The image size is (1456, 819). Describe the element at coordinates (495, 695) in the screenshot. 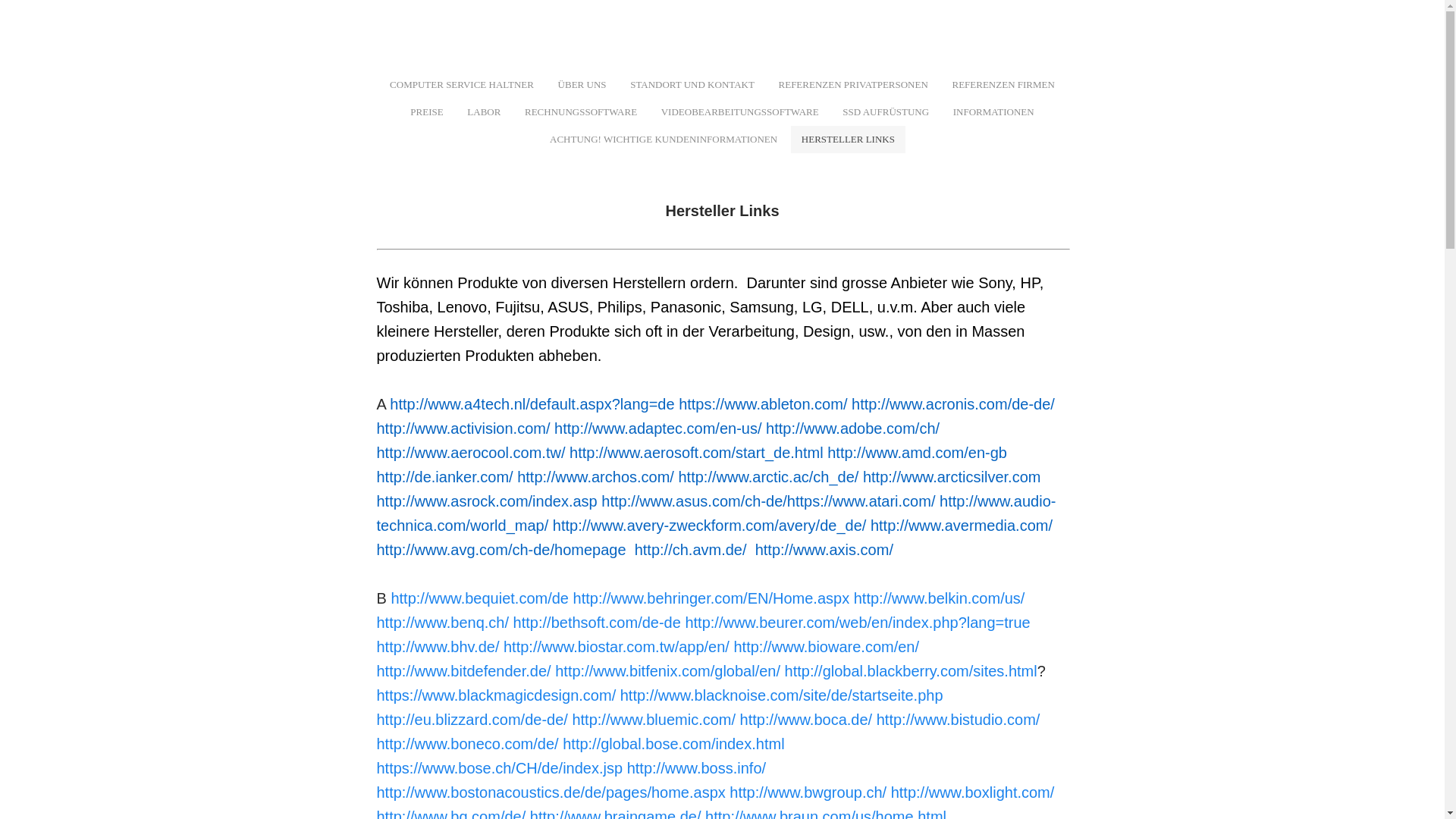

I see `'https://www.blackmagicdesign.com/'` at that location.